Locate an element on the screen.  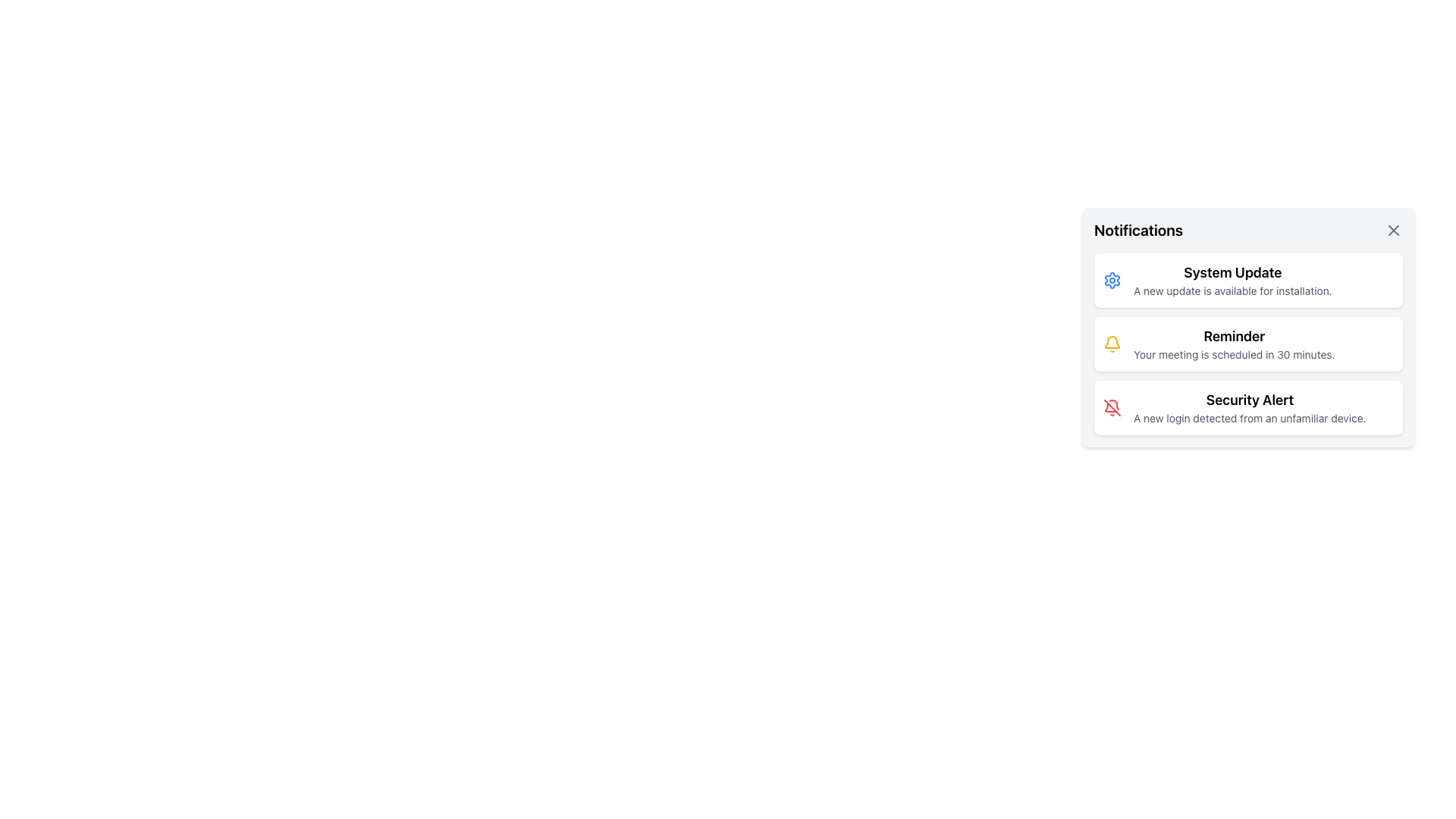
the Text Display that states 'Your meeting is scheduled in 30 minutes.' located under the 'Reminder' heading in the notification box is located at coordinates (1234, 354).